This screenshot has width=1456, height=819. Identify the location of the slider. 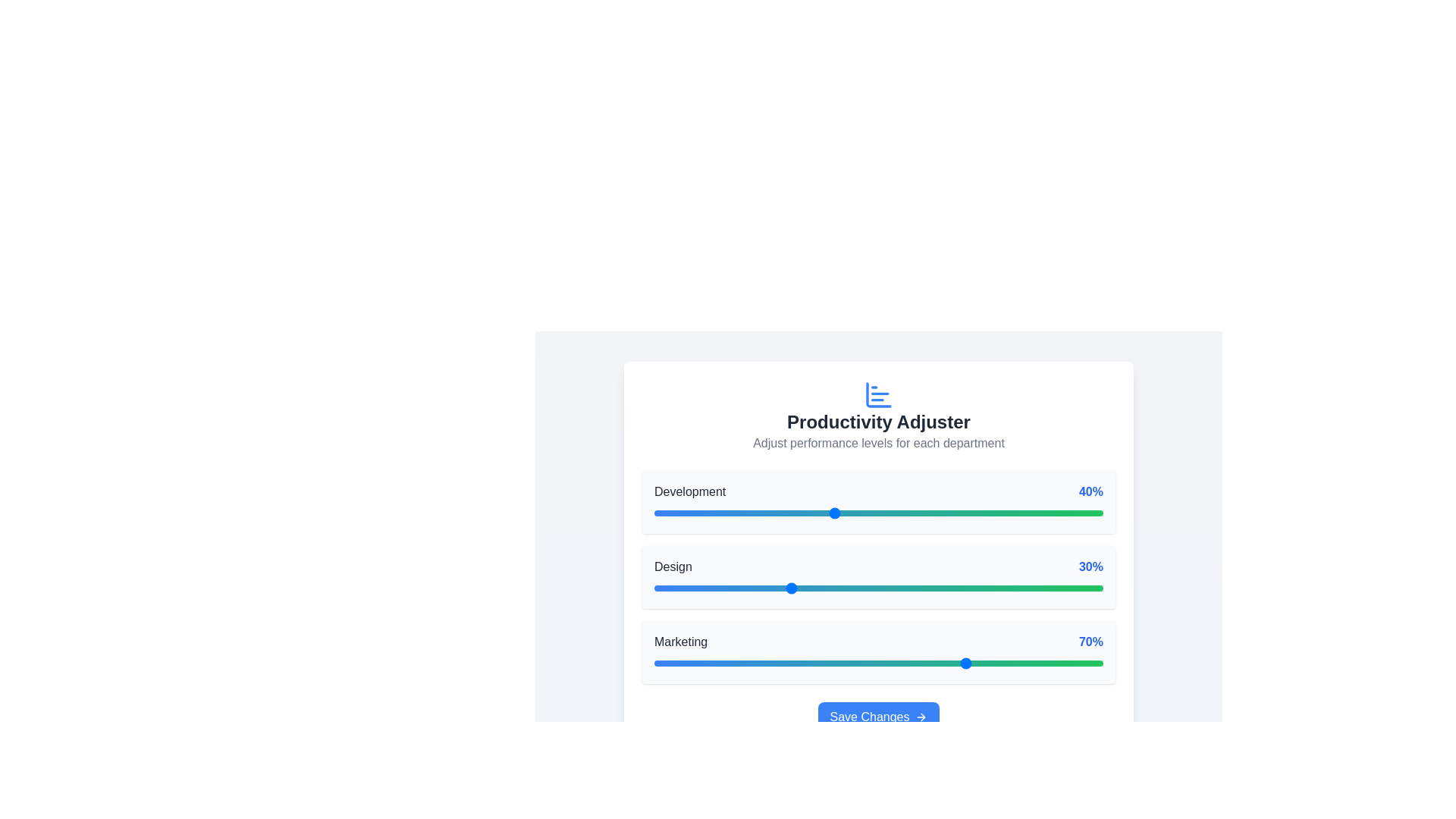
(784, 587).